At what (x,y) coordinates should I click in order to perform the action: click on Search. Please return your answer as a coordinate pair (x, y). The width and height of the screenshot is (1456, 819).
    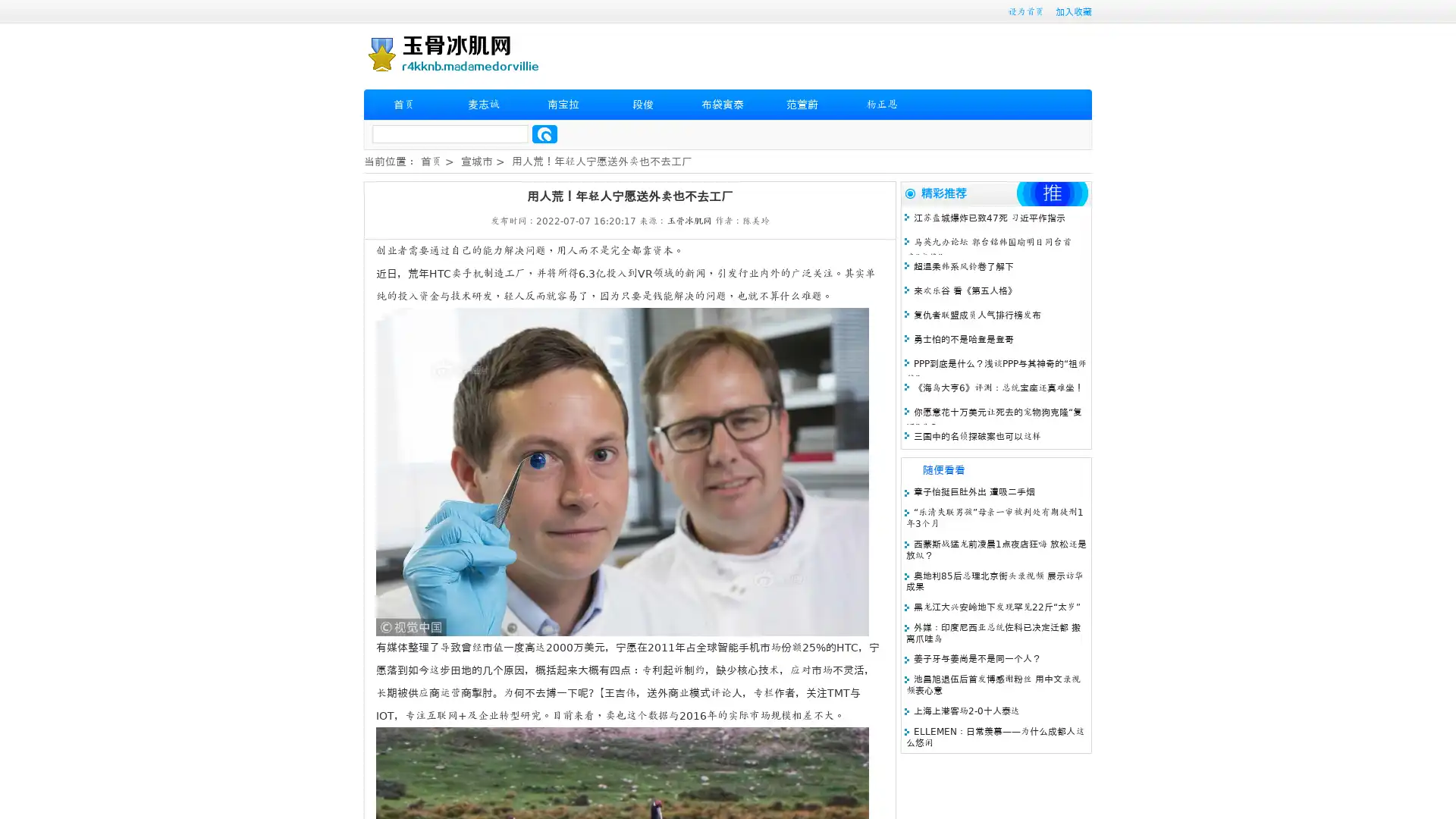
    Looking at the image, I should click on (544, 133).